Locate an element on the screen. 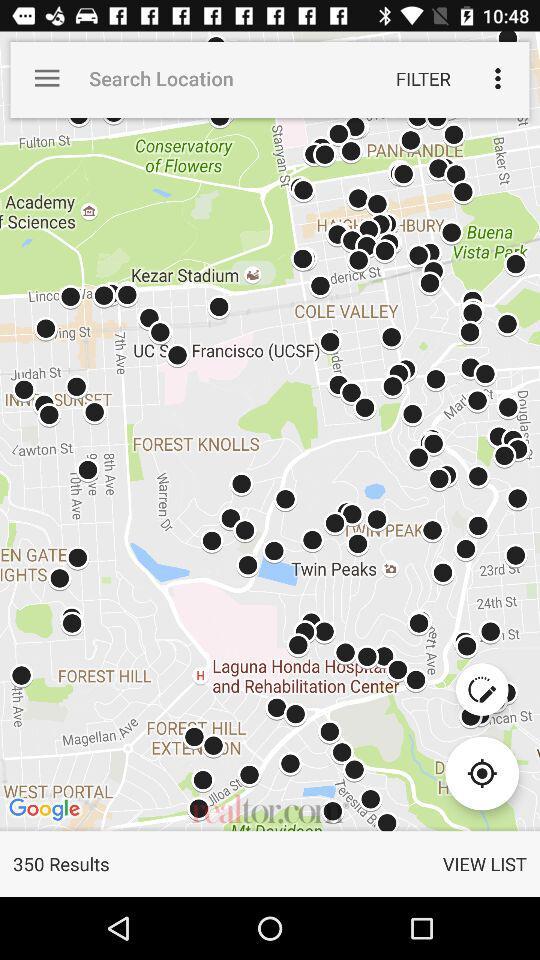 This screenshot has height=960, width=540. the filter app is located at coordinates (422, 78).